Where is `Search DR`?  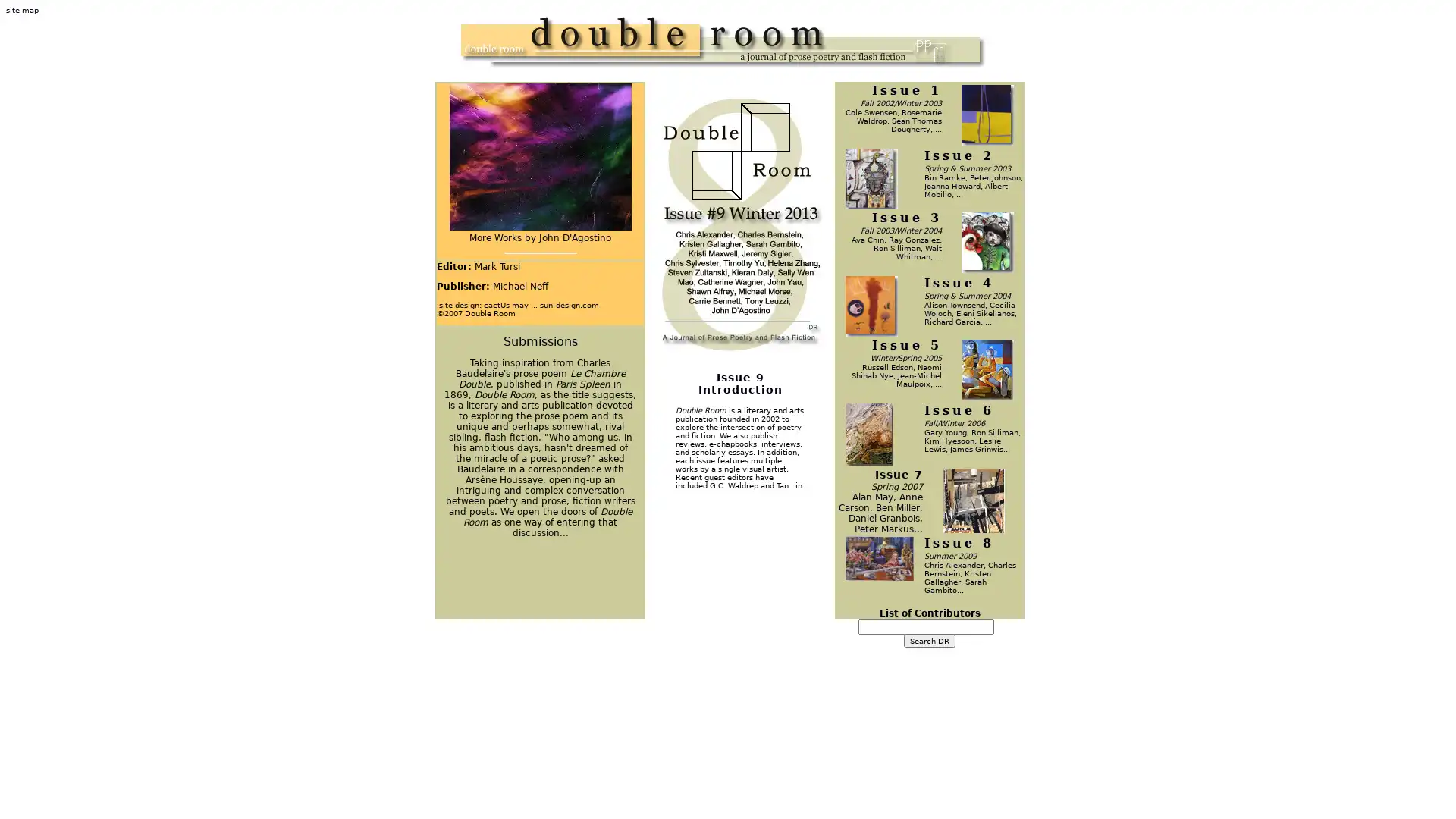 Search DR is located at coordinates (928, 641).